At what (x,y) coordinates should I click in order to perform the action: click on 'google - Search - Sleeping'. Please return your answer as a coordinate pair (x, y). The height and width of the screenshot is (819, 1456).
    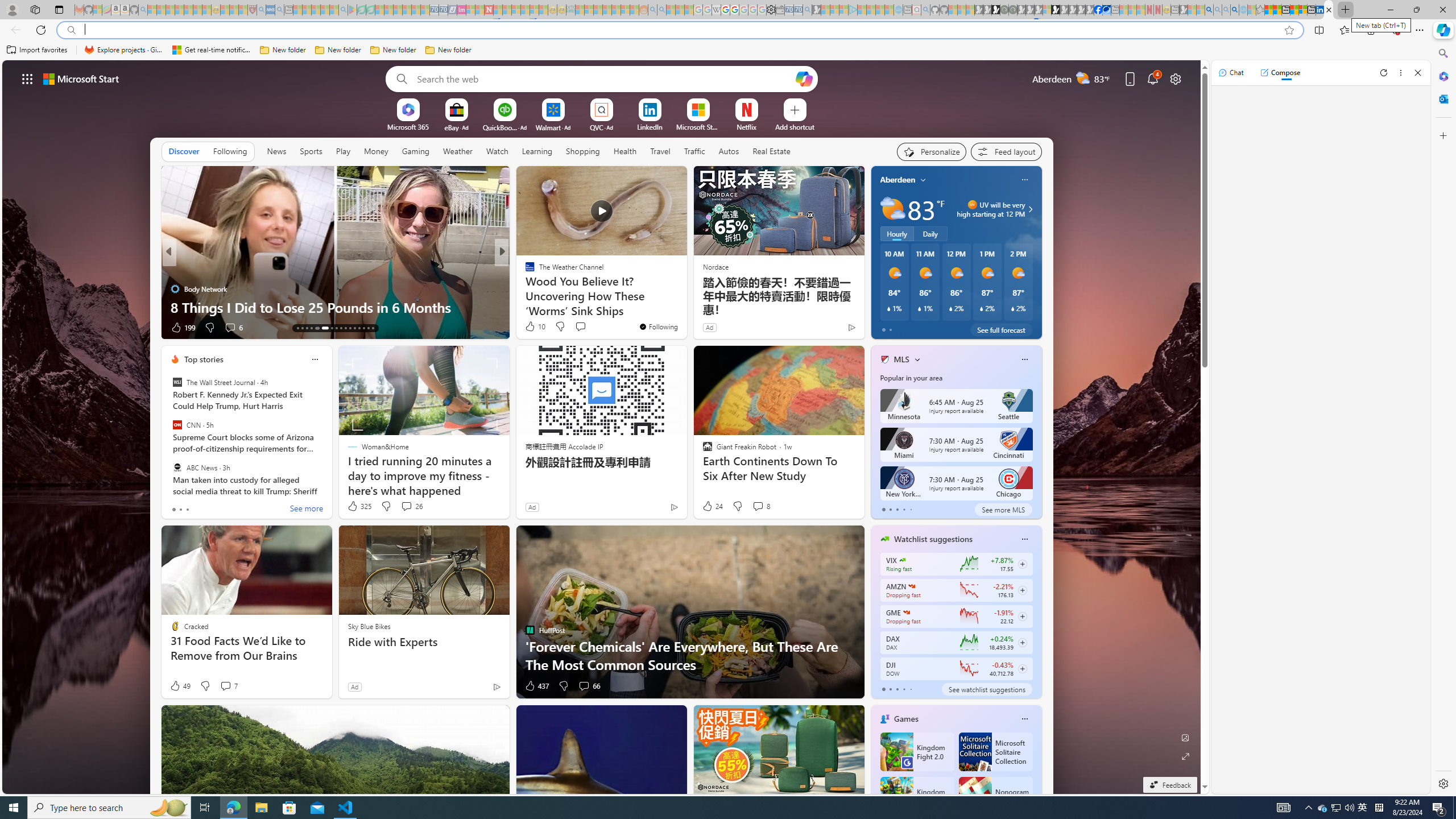
    Looking at the image, I should click on (342, 9).